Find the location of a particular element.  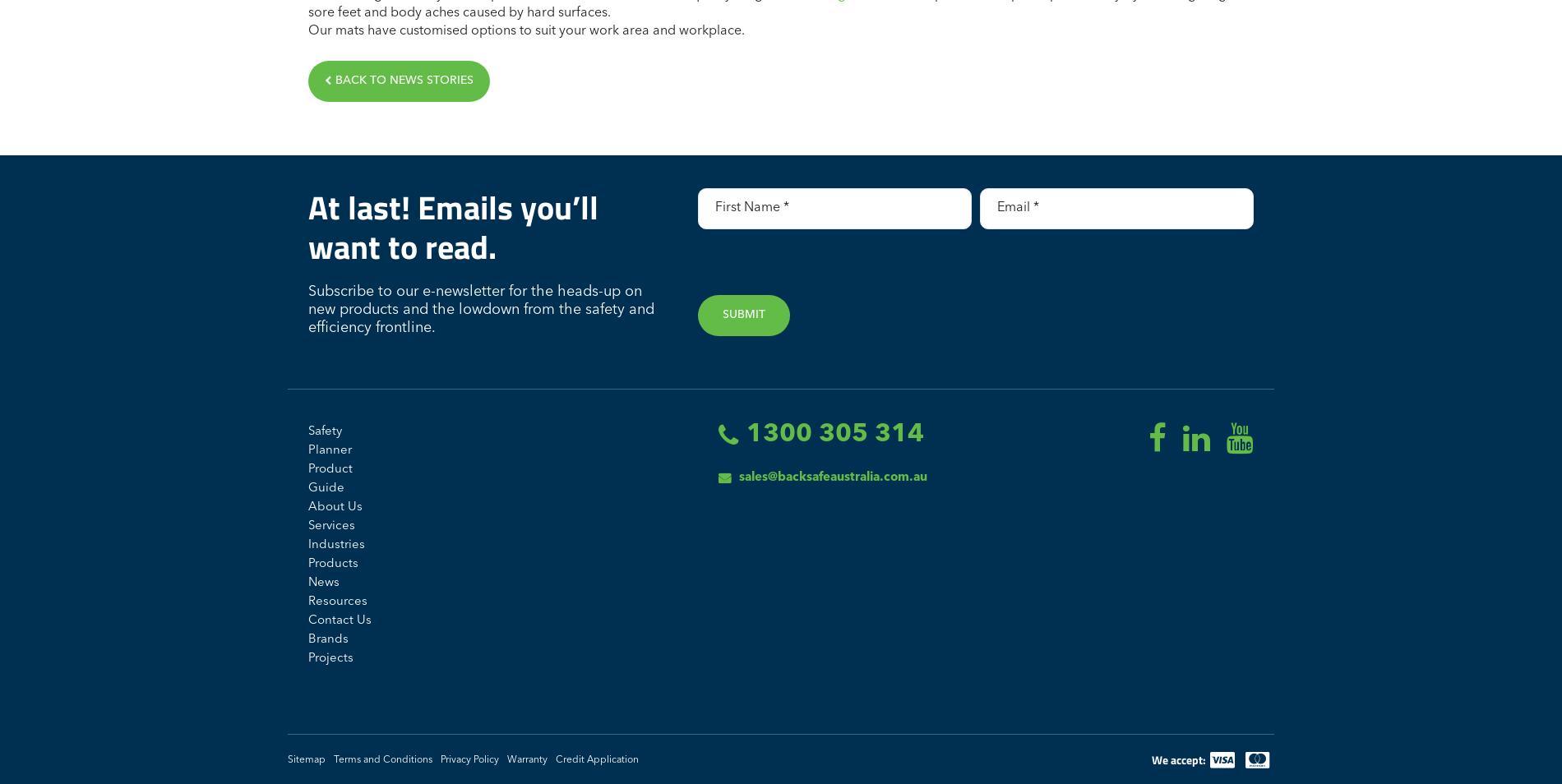

'Subscribe to our e-newsletter for the heads-up on new products and the lowdown from the safety and efficiency frontline.' is located at coordinates (481, 309).